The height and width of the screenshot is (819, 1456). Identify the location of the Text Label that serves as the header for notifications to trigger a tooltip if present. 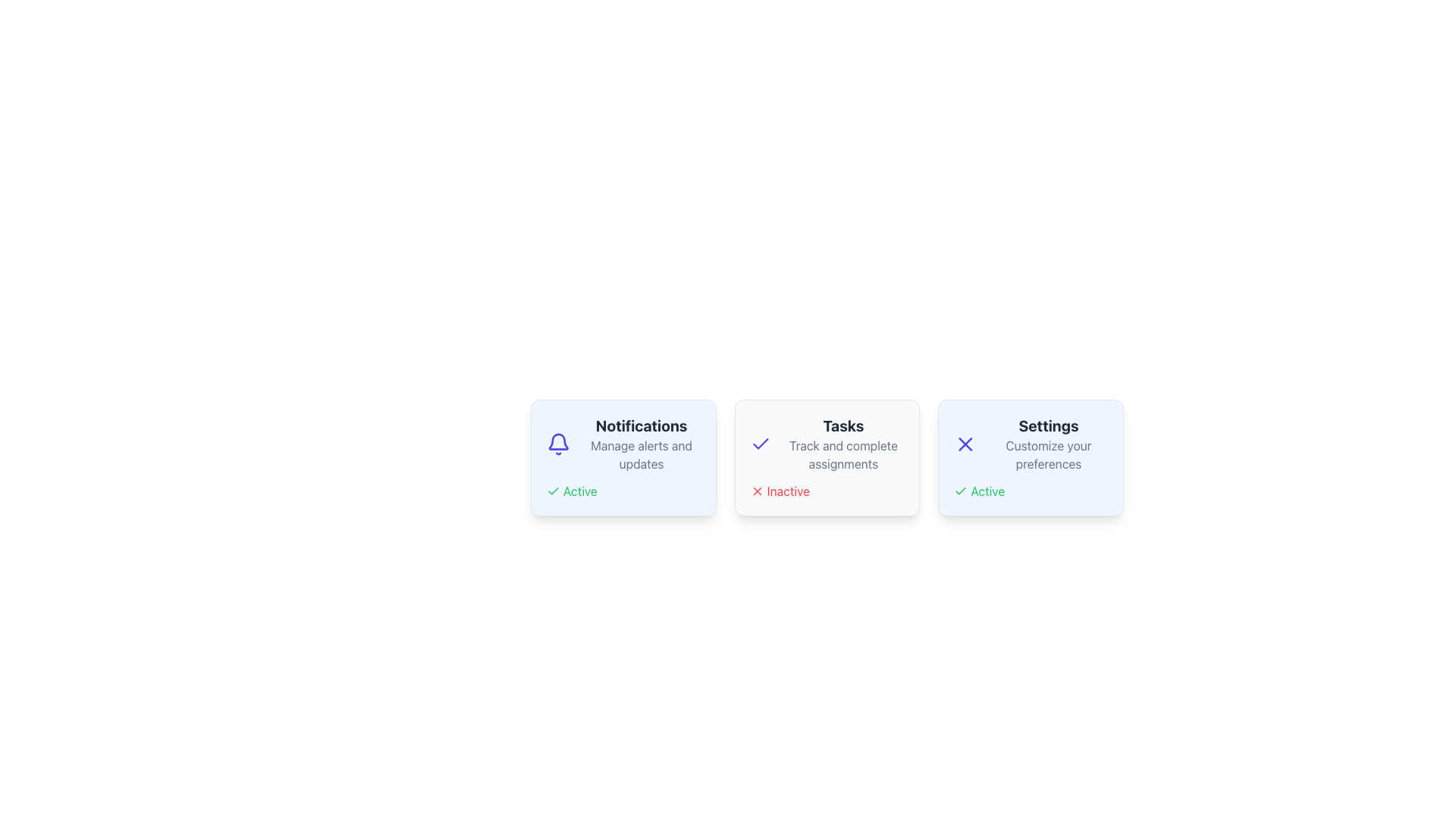
(642, 426).